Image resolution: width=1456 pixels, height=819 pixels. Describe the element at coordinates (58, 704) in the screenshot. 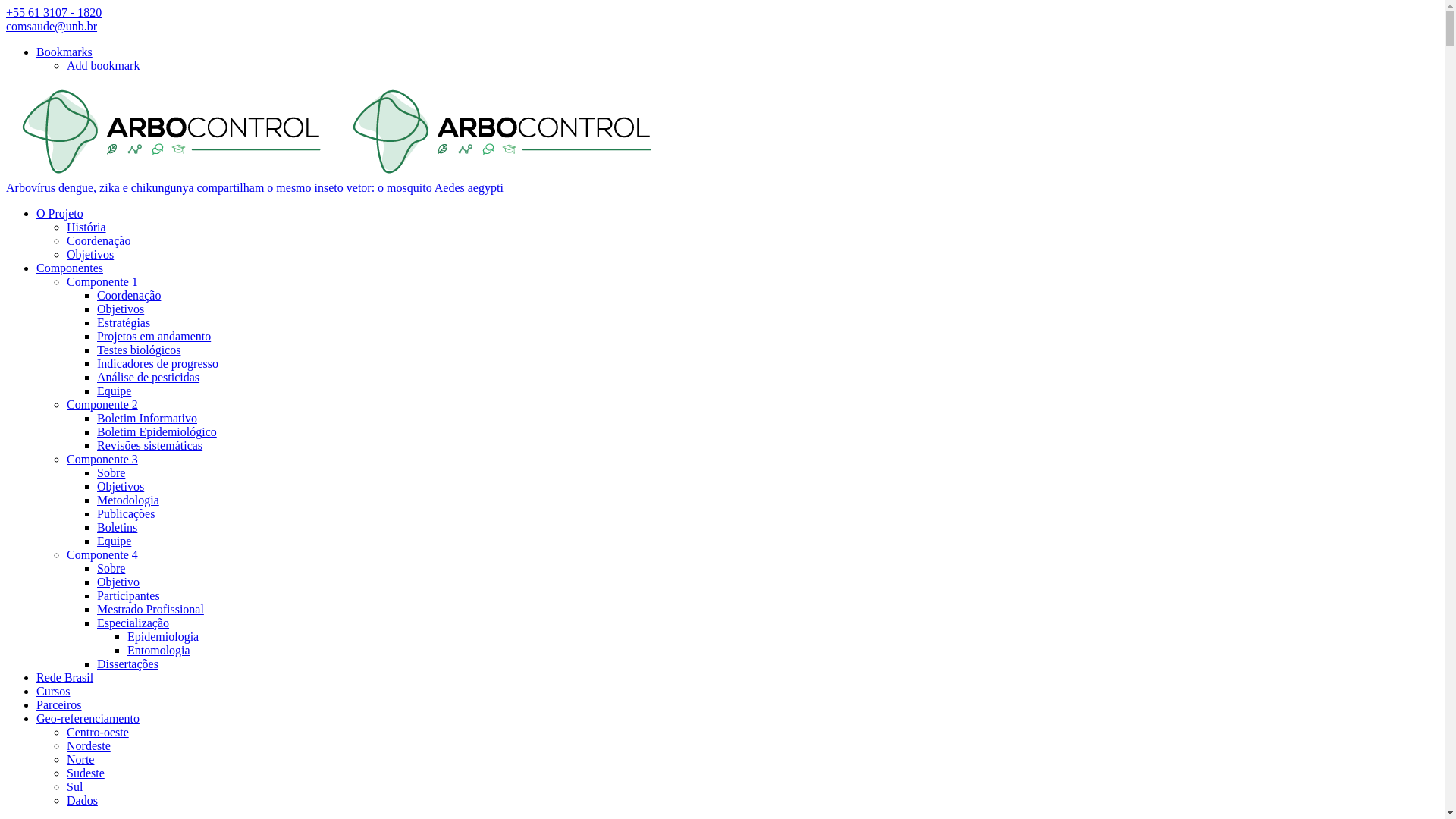

I see `'Parceiros'` at that location.